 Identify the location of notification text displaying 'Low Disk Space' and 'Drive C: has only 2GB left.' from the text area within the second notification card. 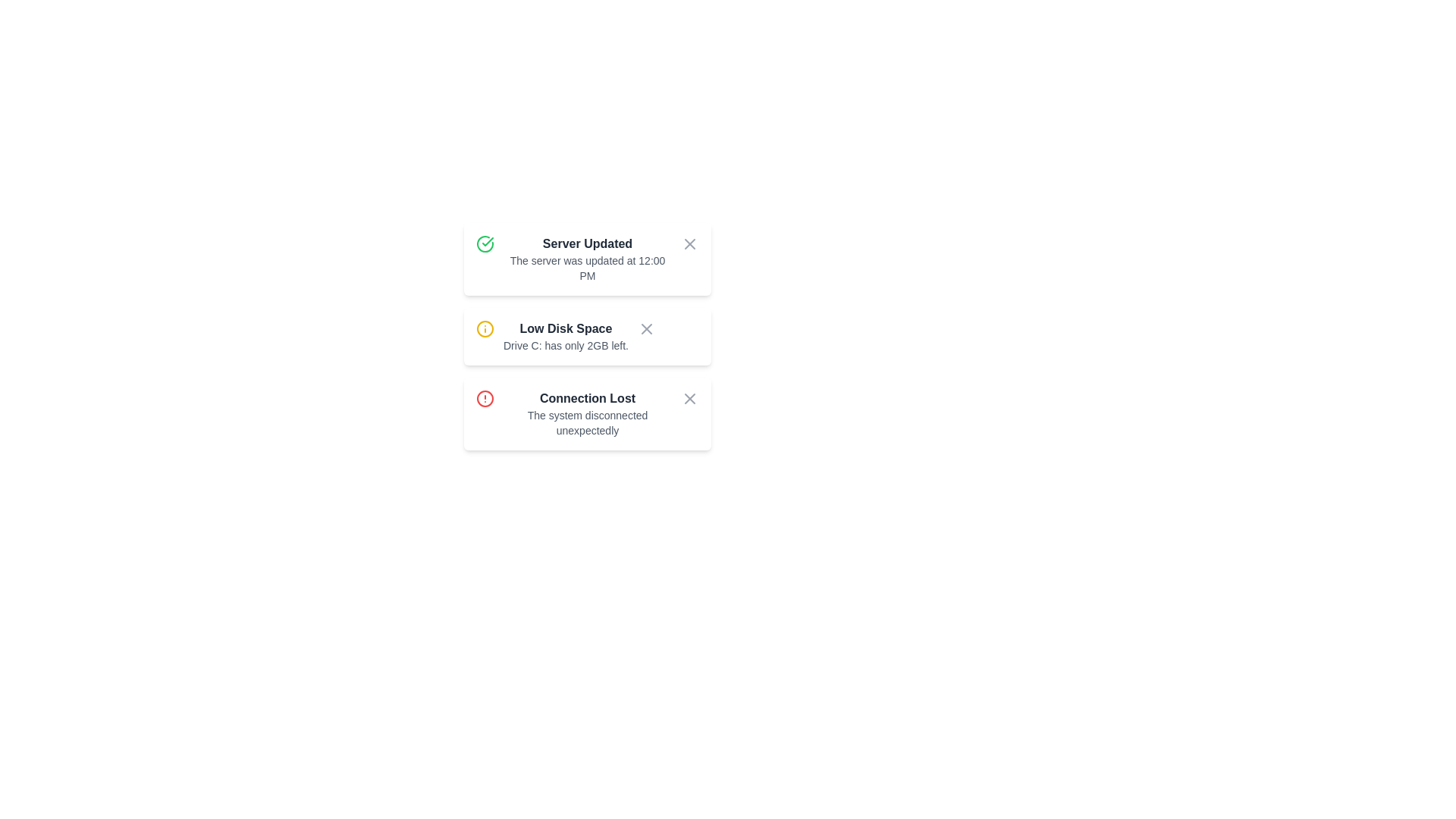
(565, 335).